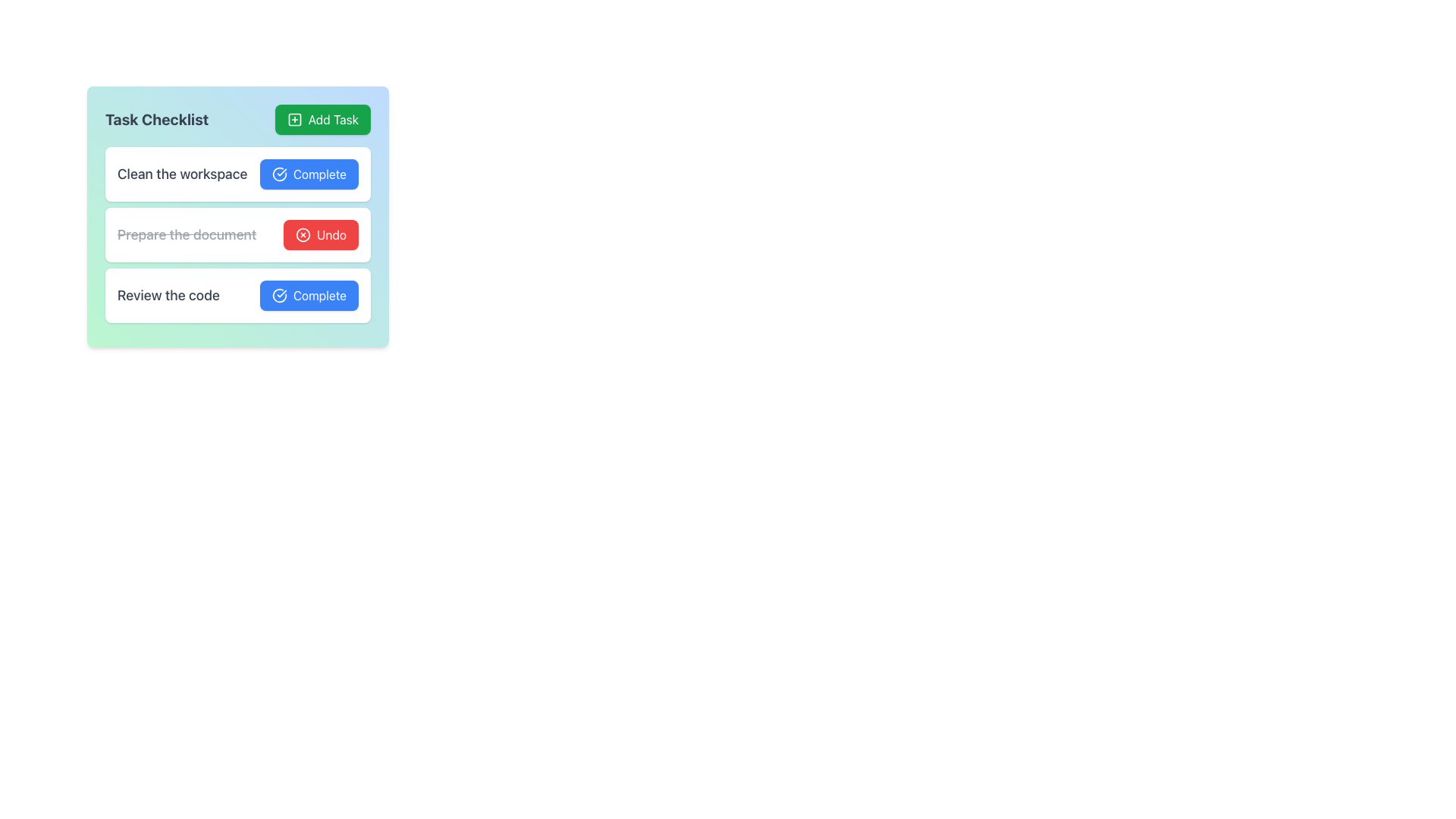 The width and height of the screenshot is (1456, 819). Describe the element at coordinates (320, 234) in the screenshot. I see `the red 'Undo' button with a white 'X' icon located within the 'Prepare the document' card in the 'Task Checklist'` at that location.